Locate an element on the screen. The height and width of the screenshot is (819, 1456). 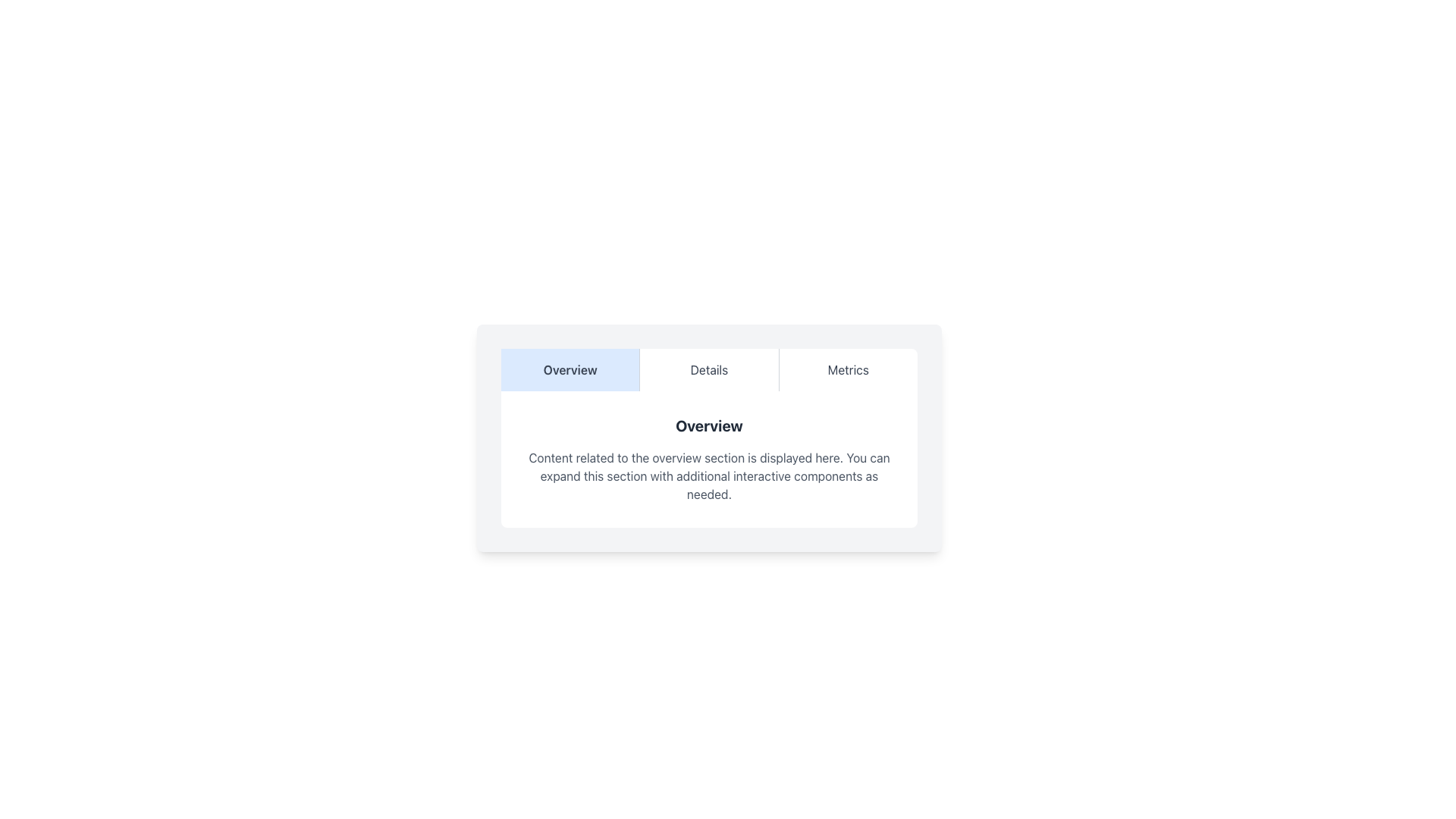
the 'Overview' button located in the top-left corner of the button group is located at coordinates (570, 370).